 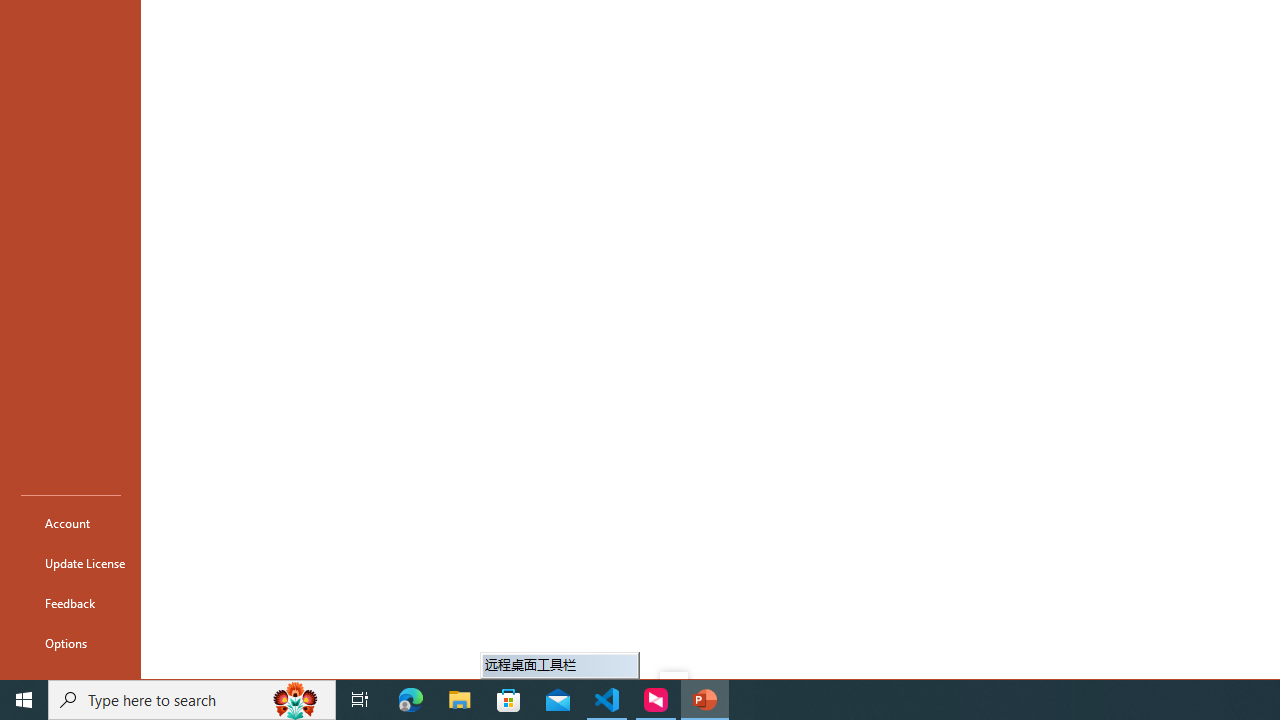 I want to click on 'Account', so click(x=71, y=522).